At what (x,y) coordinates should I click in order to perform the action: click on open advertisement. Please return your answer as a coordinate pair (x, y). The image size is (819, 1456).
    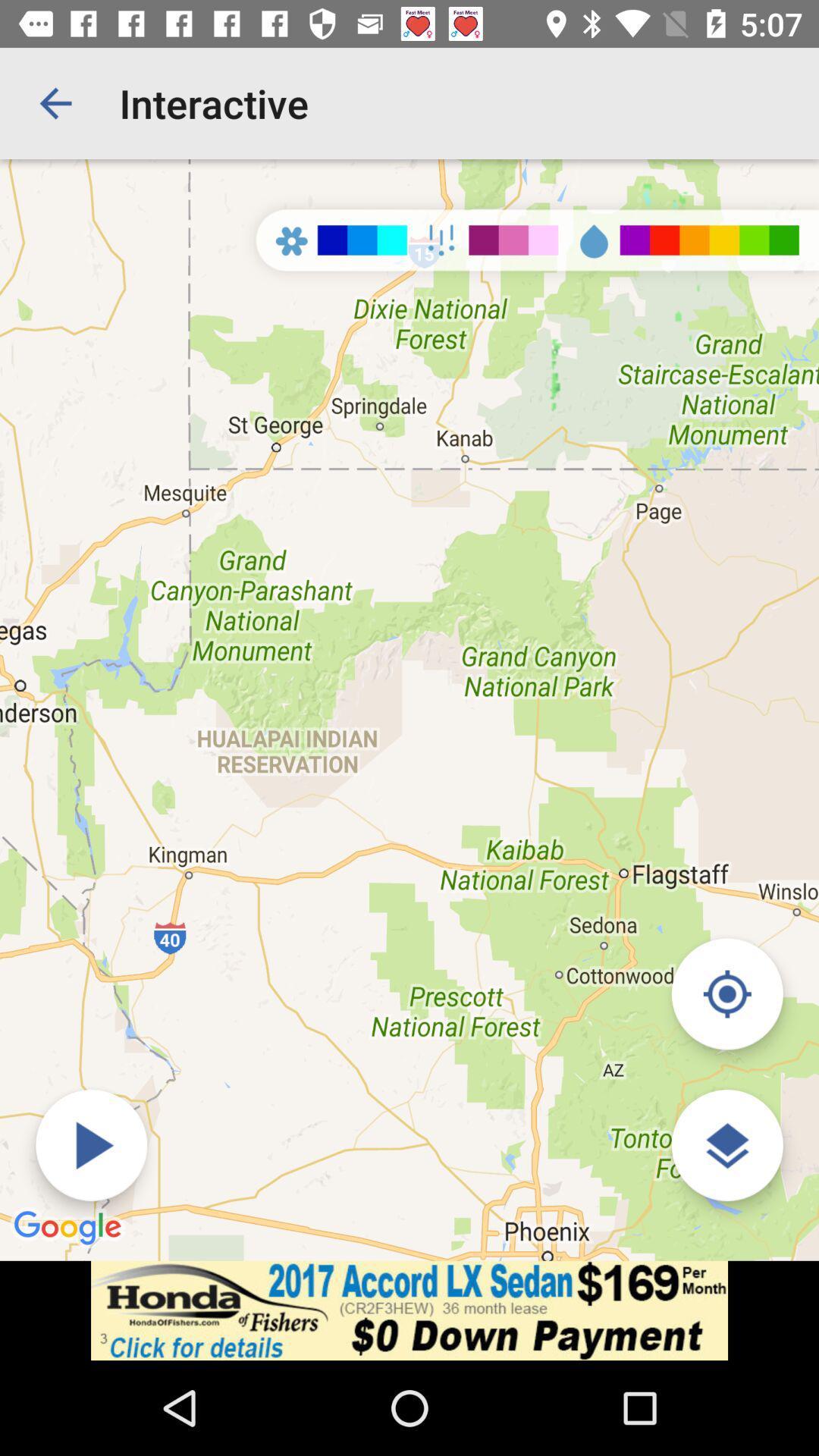
    Looking at the image, I should click on (409, 1310).